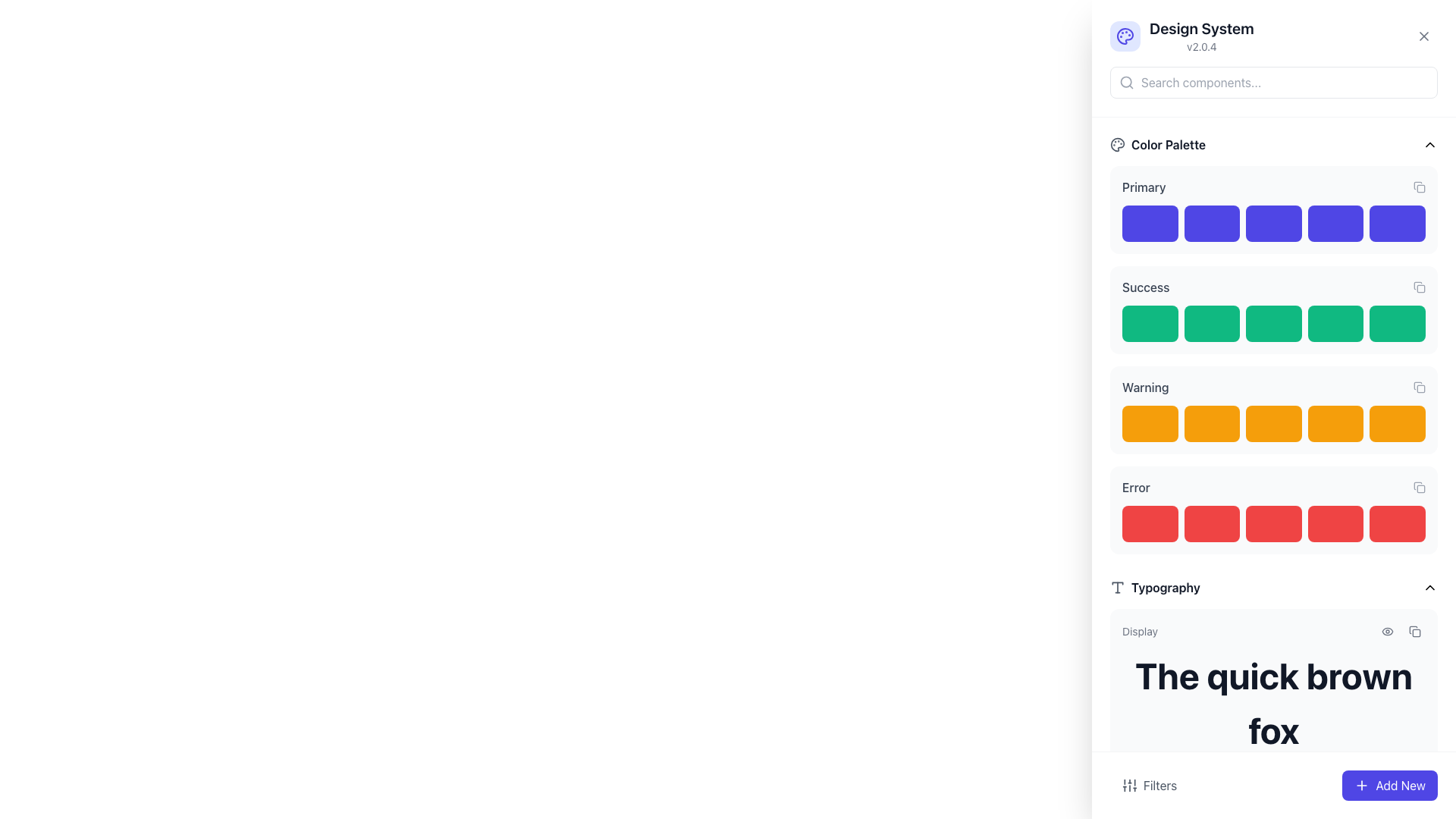 The image size is (1456, 819). I want to click on the small interactive button with rounded corners that has a copy icon, located to the right of the sibling button in the top-right section of the interface, so click(1414, 632).